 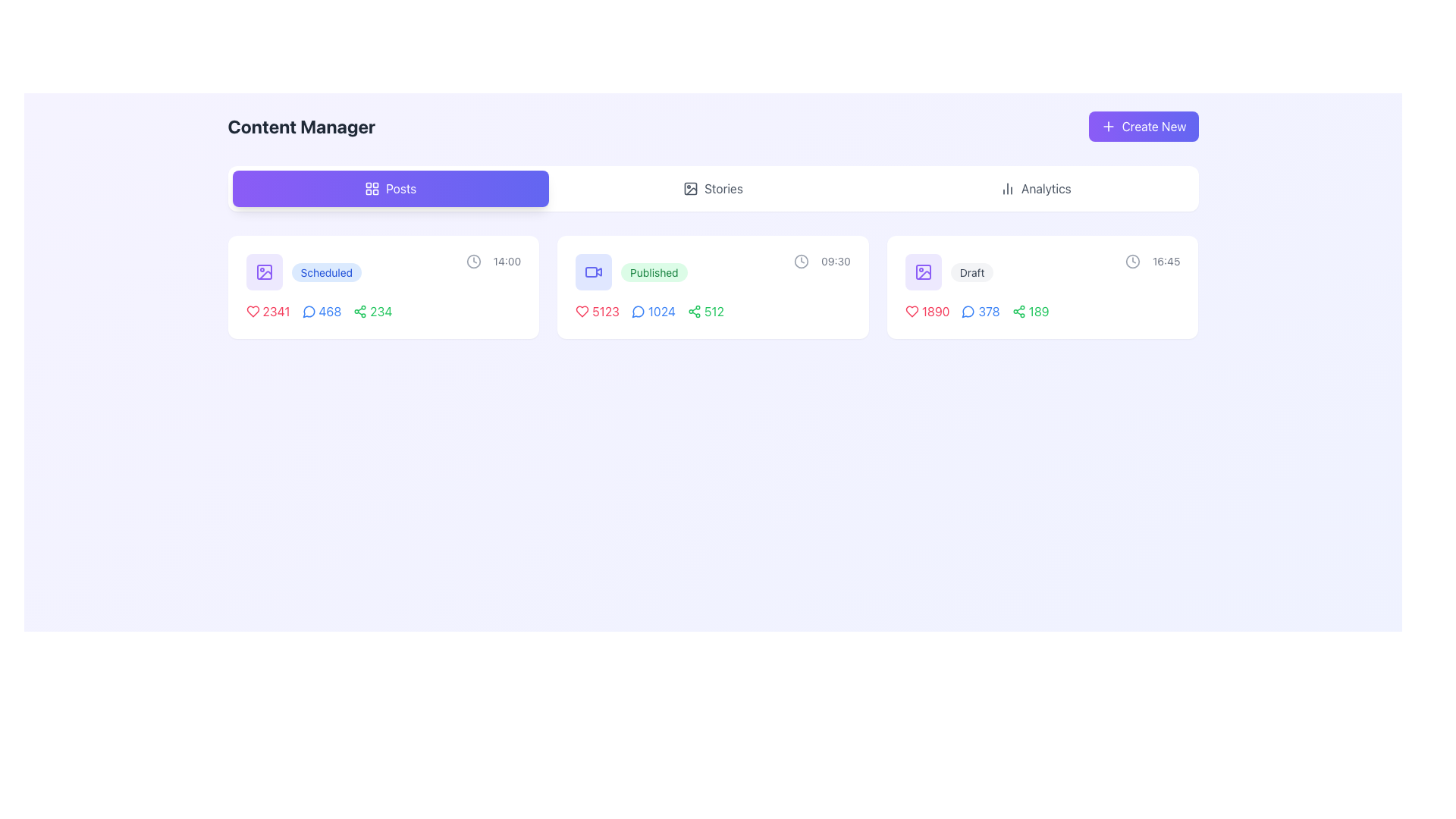 I want to click on the sharing icon located near the bottom-right area of the first item box under 'Posts', which is positioned as the leading icon of the last row containing numerical data and other icons in this box, so click(x=359, y=311).